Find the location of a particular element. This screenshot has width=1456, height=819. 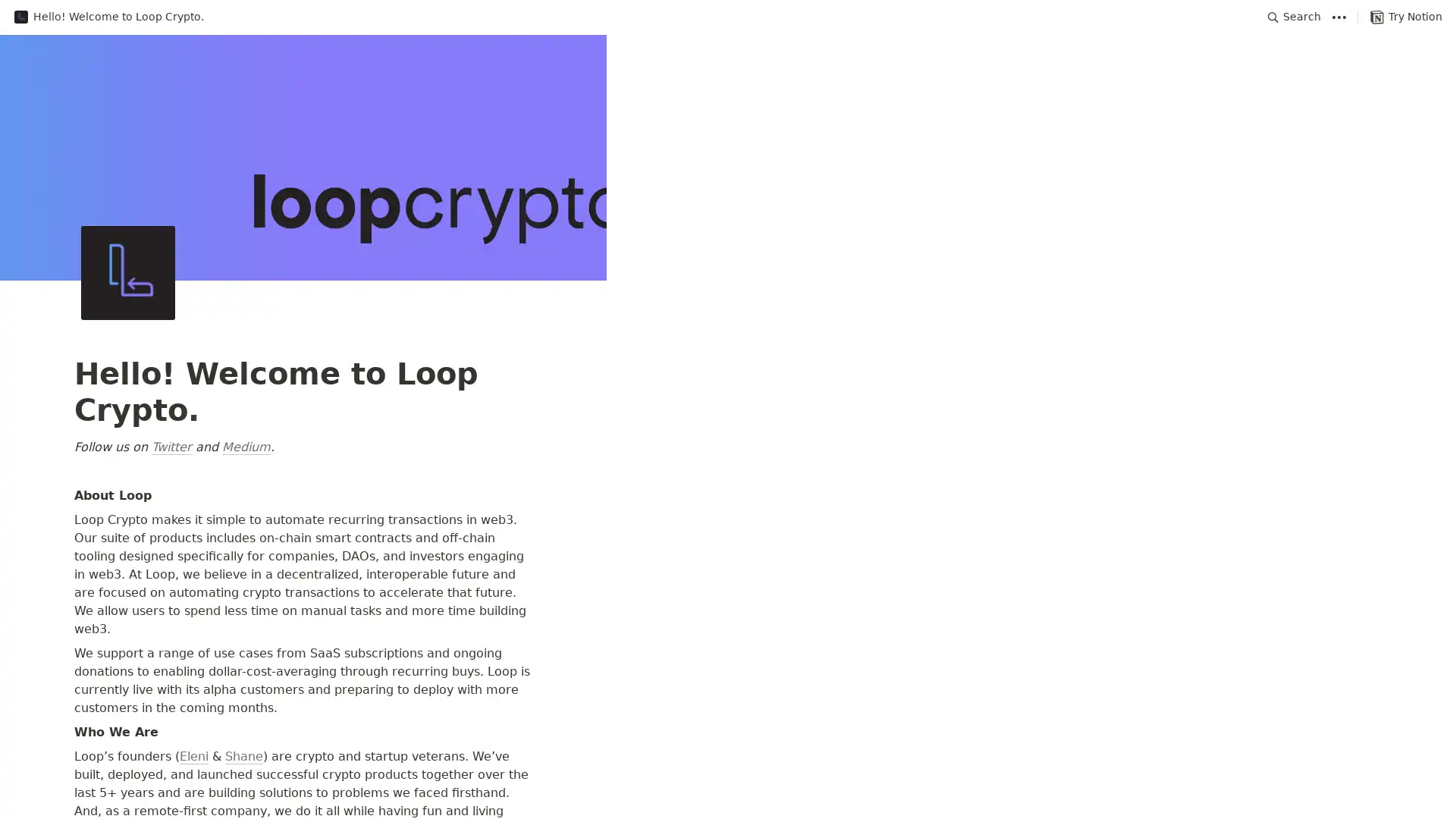

Try Notion is located at coordinates (1405, 17).